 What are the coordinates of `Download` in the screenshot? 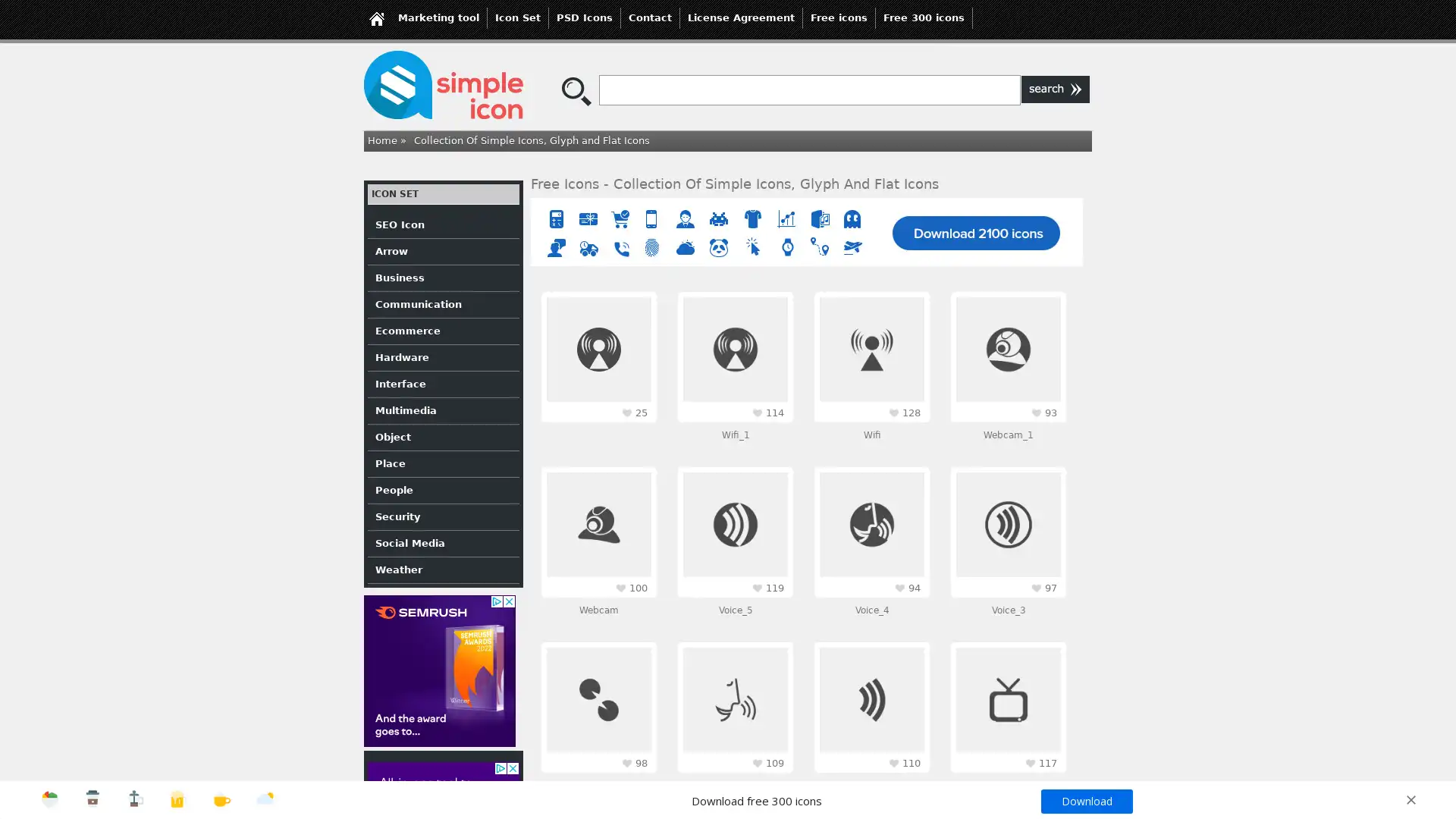 It's located at (1085, 800).